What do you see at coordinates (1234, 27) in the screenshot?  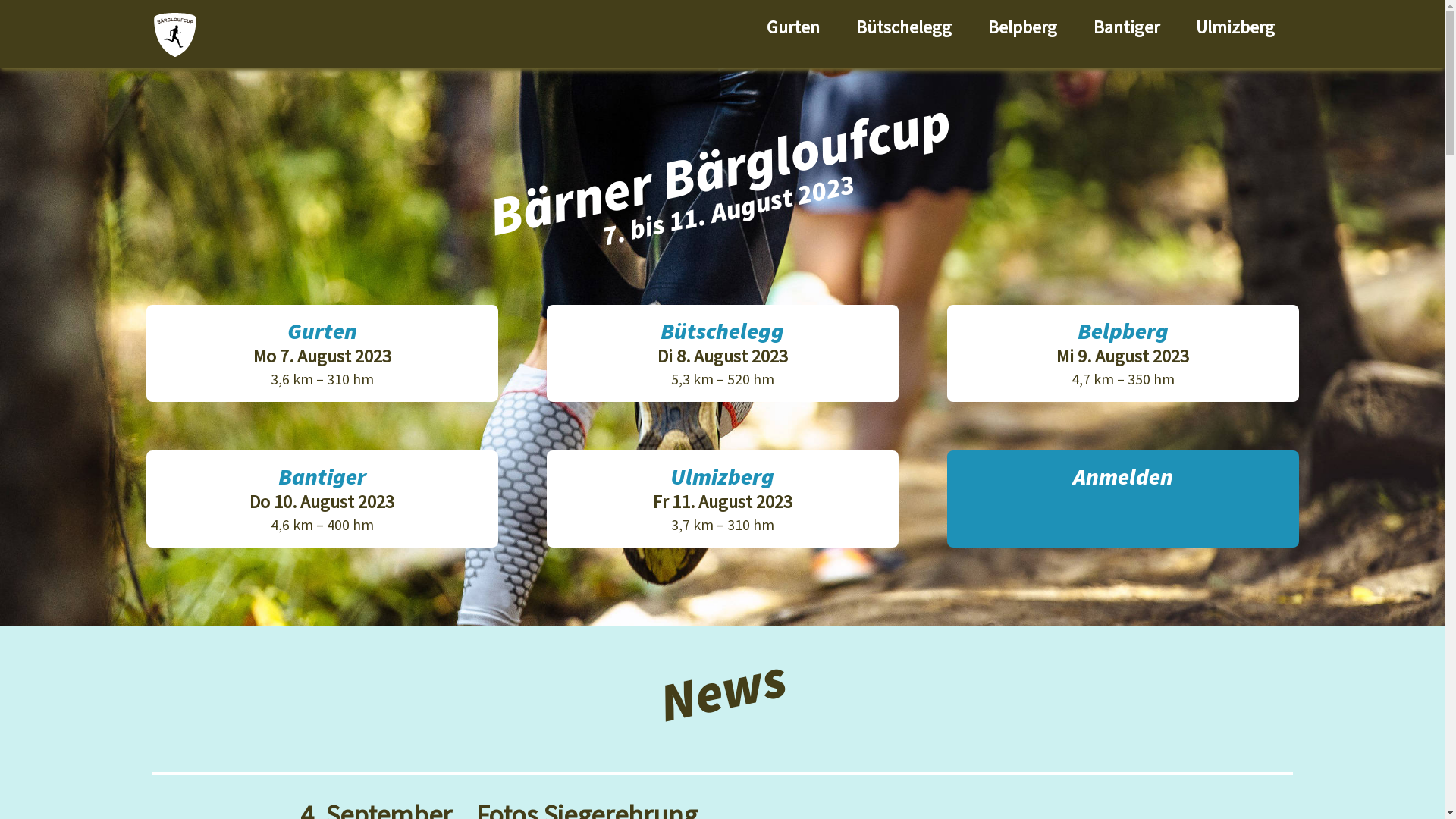 I see `'Ulmizberg'` at bounding box center [1234, 27].